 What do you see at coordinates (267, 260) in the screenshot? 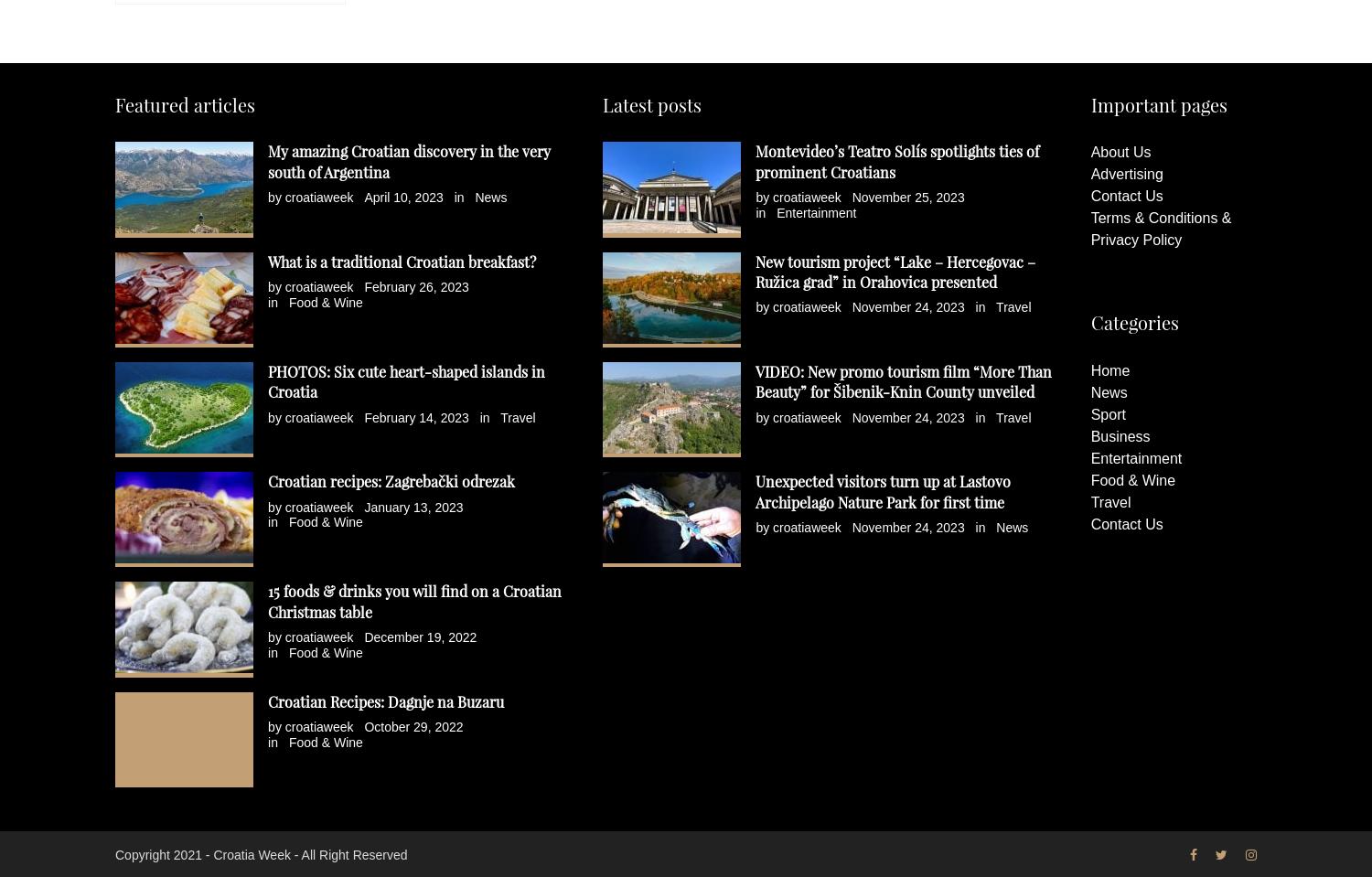
I see `'What is a traditional Croatian breakfast?'` at bounding box center [267, 260].